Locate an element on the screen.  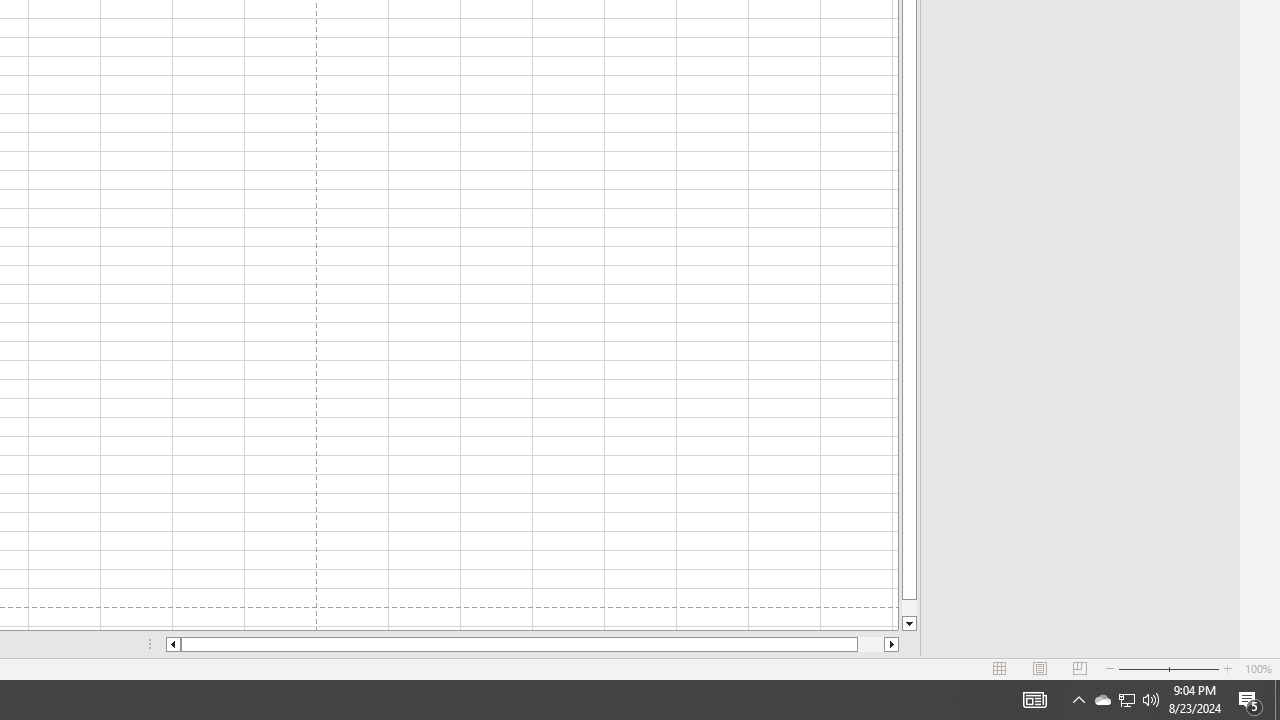
'Normal' is located at coordinates (1000, 669).